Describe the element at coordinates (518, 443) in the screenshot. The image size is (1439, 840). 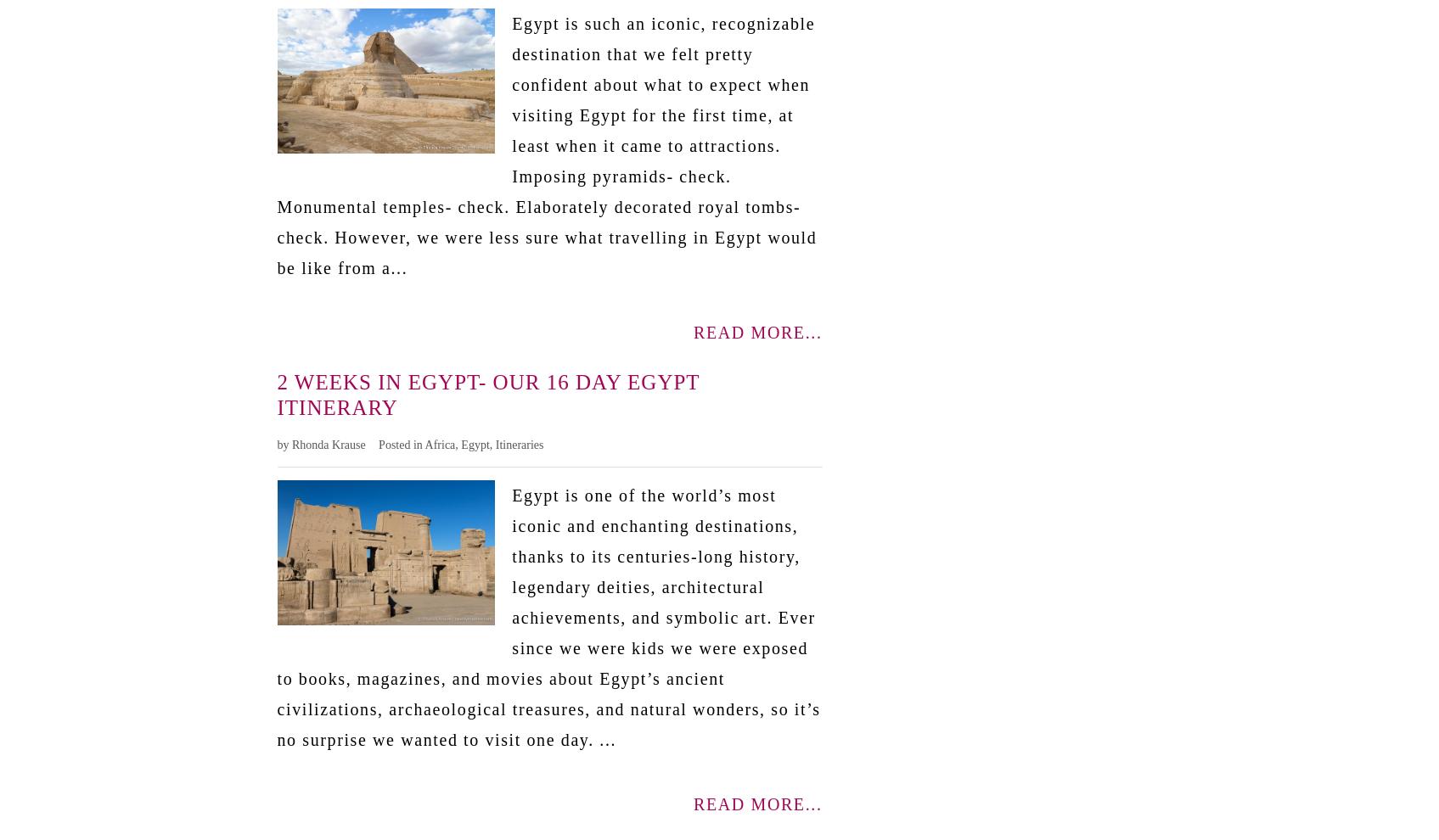
I see `'Itineraries'` at that location.